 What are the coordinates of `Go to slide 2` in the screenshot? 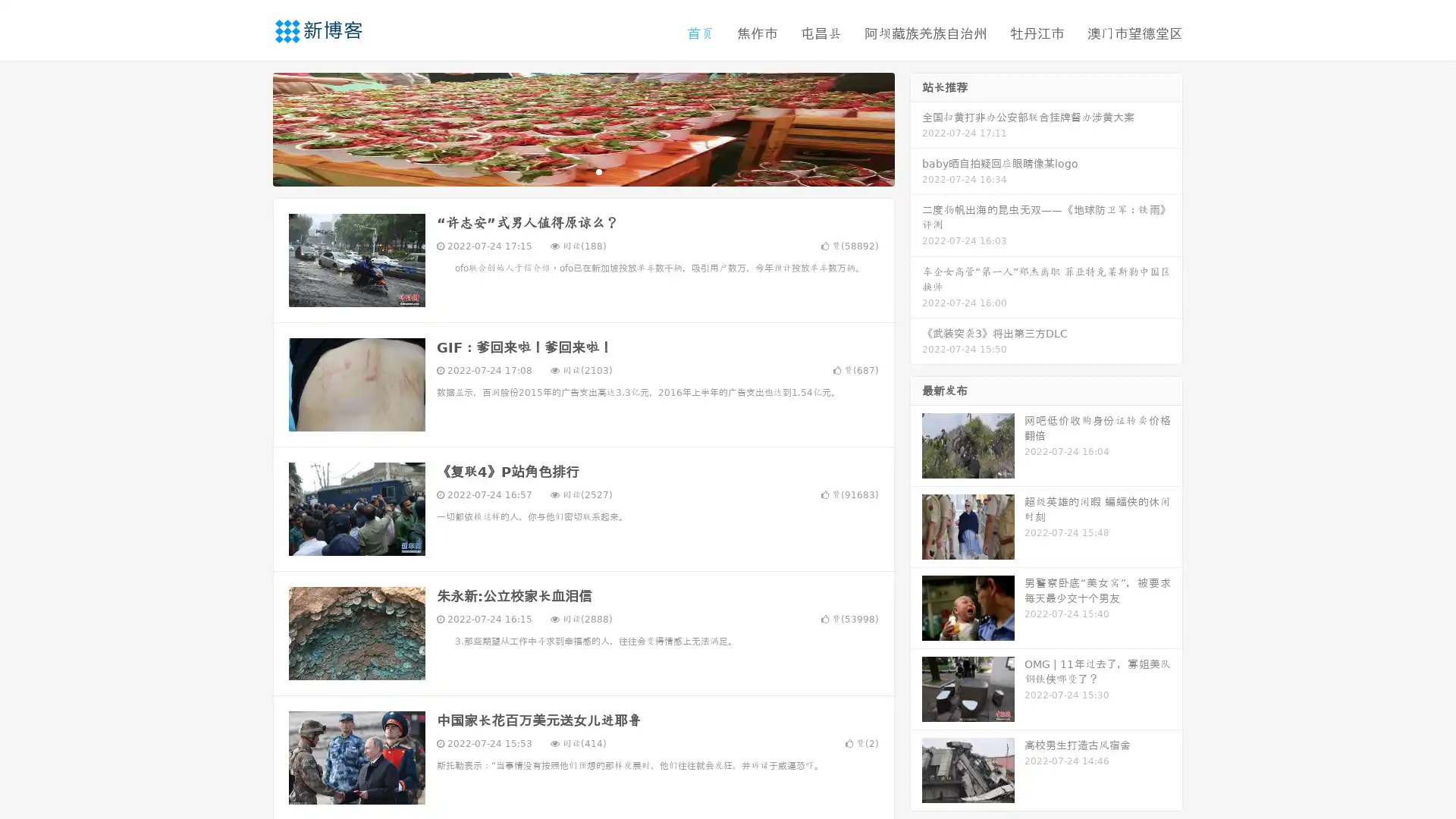 It's located at (582, 171).